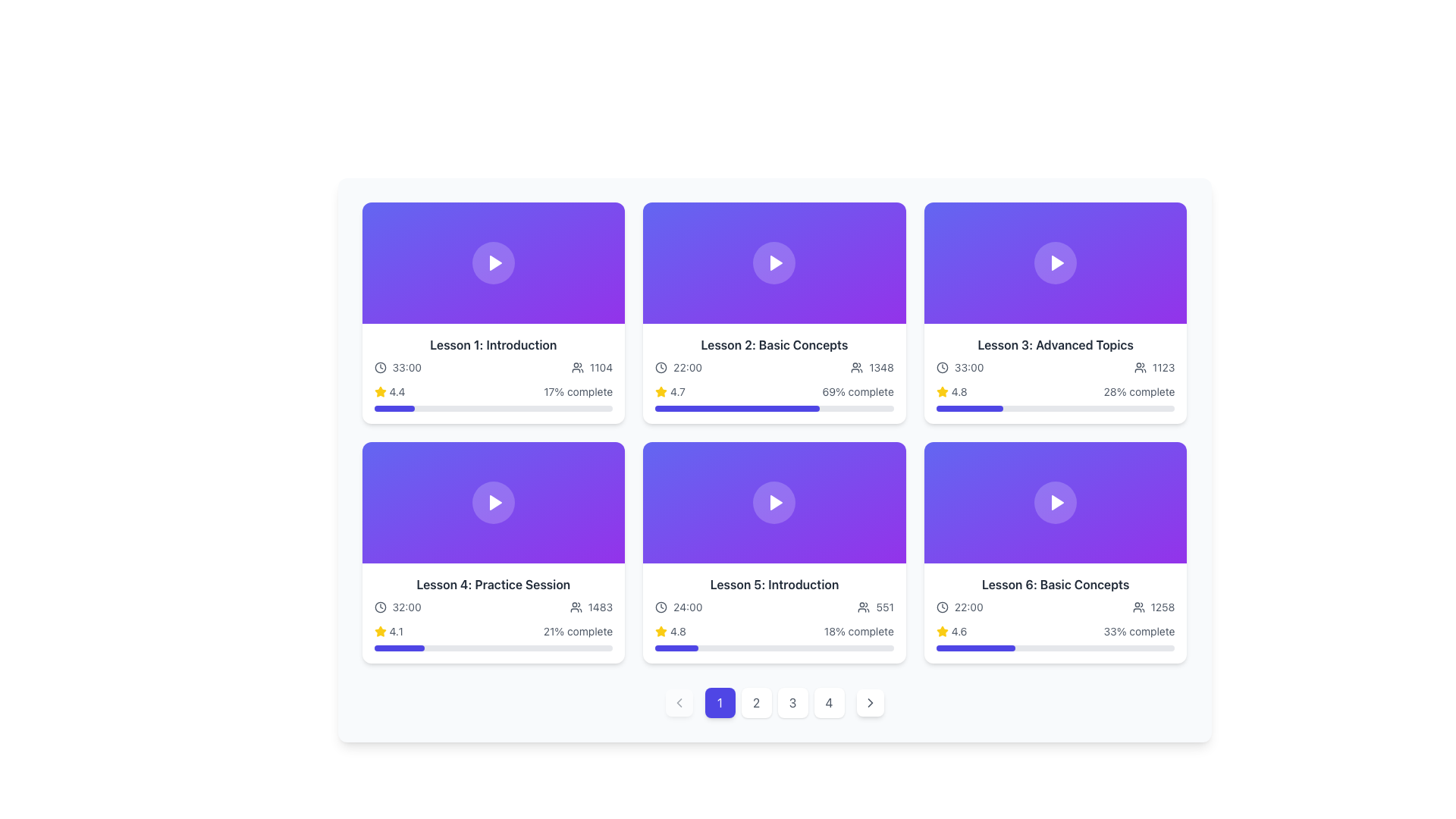  What do you see at coordinates (389, 391) in the screenshot?
I see `the Rating indicator, which is a star icon located in the bottom-left area of the first card in a grid layout, aligned horizontally with the text '17% complete'` at bounding box center [389, 391].